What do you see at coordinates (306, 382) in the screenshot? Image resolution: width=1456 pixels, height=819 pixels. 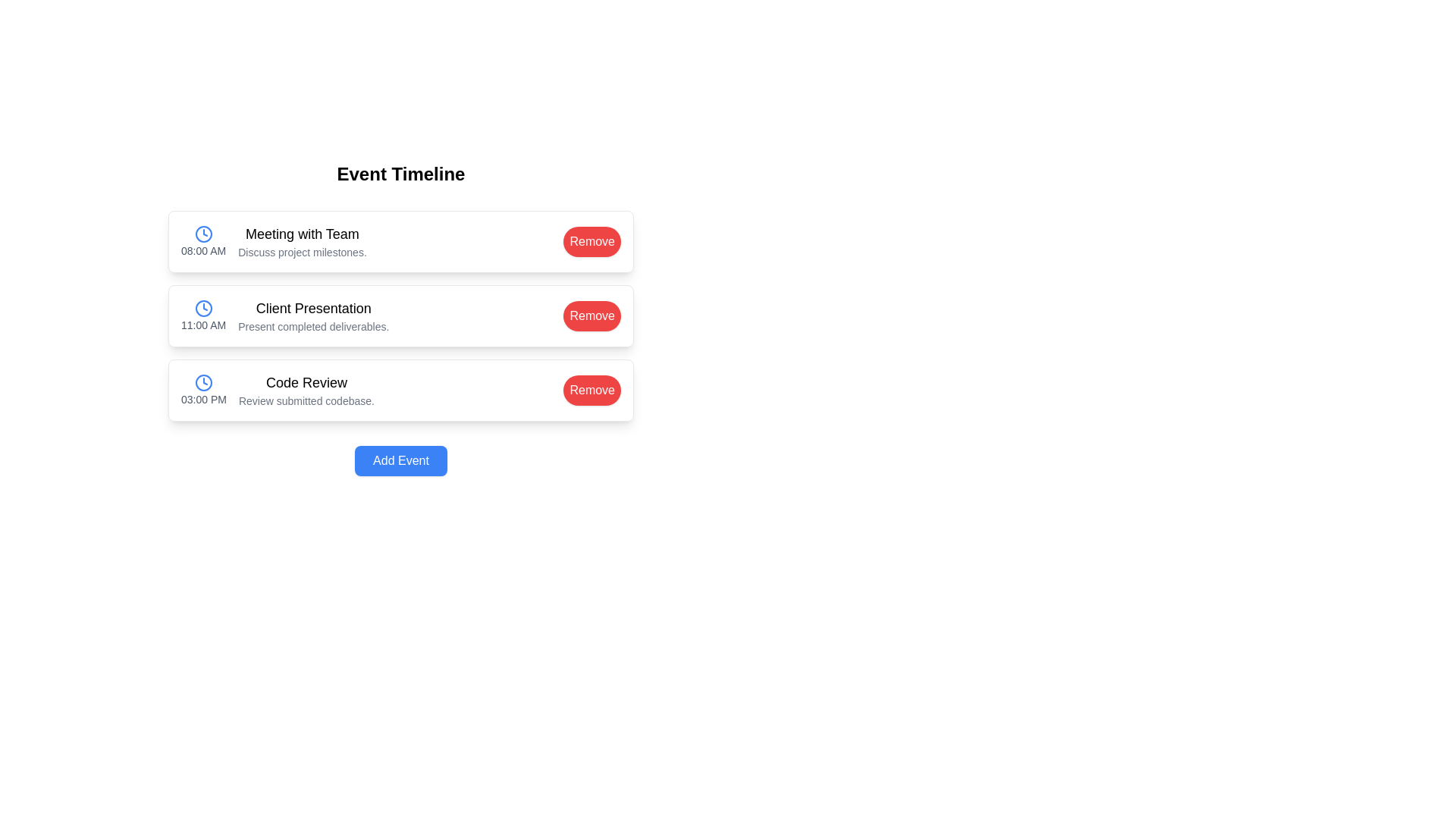 I see `the 'Code Review' text label, which is styled in bold and larger font, located in the third event entry of a vertical timeline between '03:00 PM' and a 'Remove' button` at bounding box center [306, 382].